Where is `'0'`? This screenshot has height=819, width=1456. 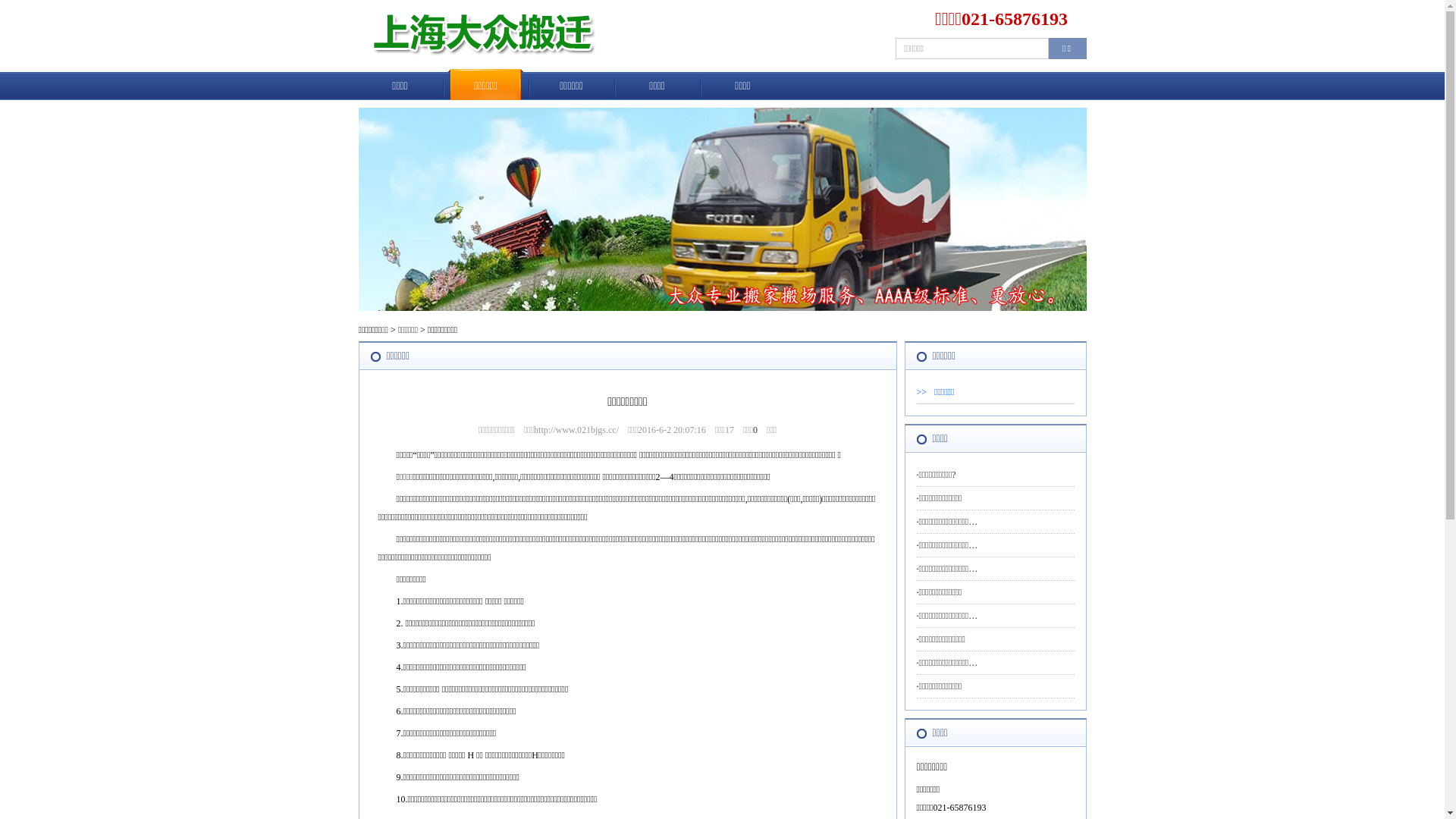 '0' is located at coordinates (755, 430).